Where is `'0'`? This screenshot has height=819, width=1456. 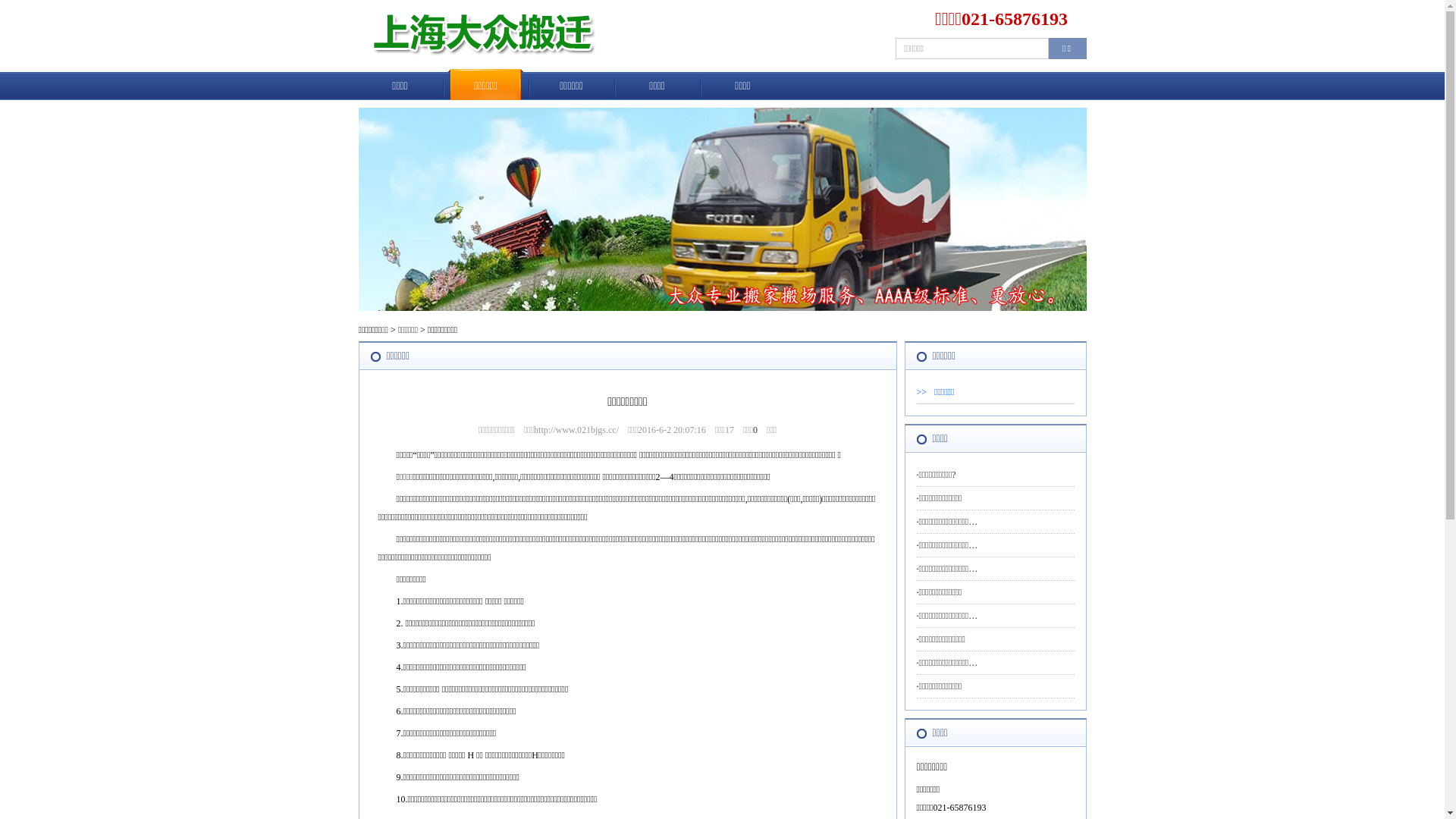 '0' is located at coordinates (755, 430).